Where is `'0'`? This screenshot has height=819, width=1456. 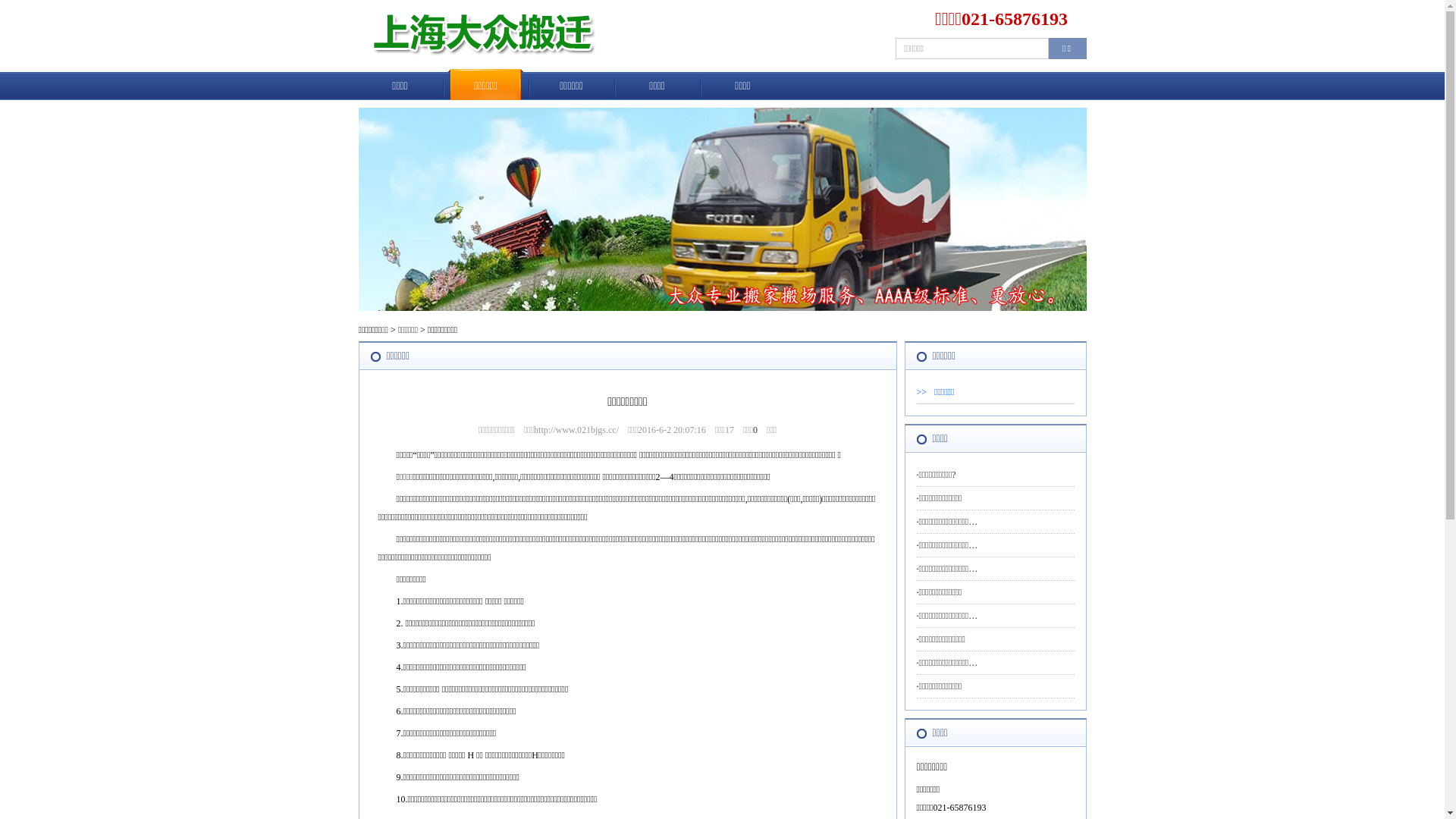 '0' is located at coordinates (755, 430).